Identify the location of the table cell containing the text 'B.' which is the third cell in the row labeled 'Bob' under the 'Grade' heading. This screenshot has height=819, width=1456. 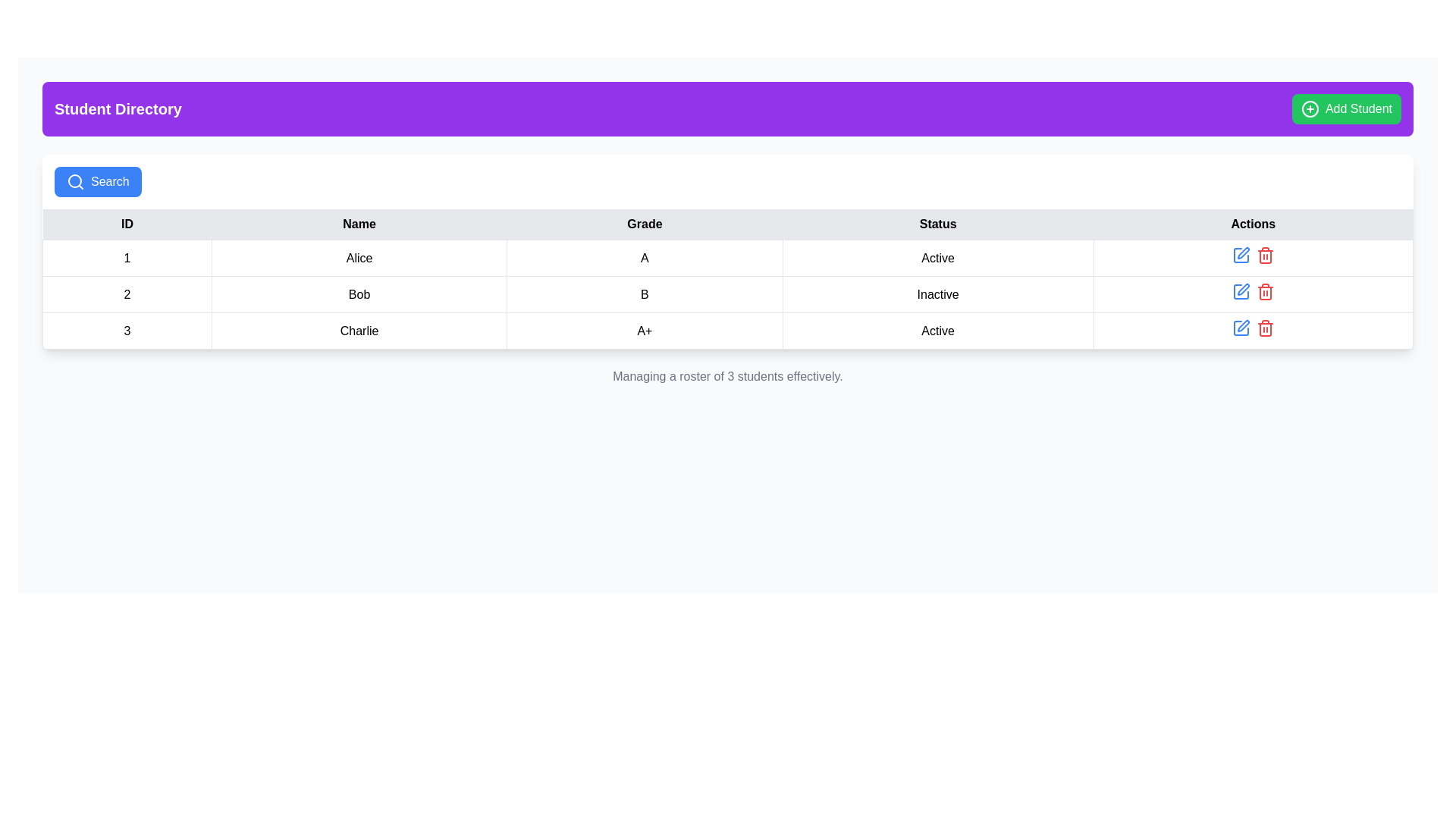
(645, 294).